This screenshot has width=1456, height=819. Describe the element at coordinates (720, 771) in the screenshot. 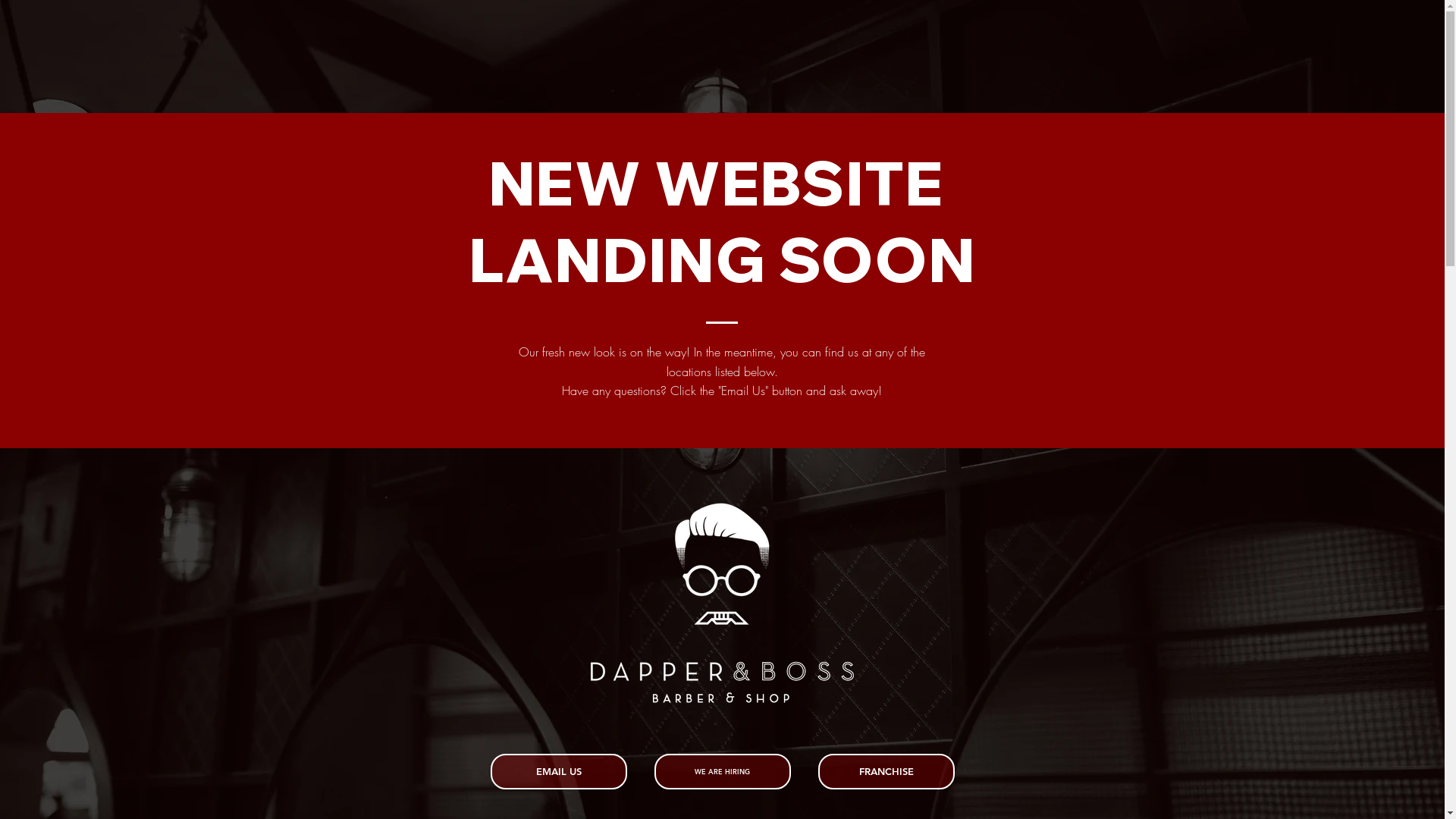

I see `'WE ARE HIRING'` at that location.